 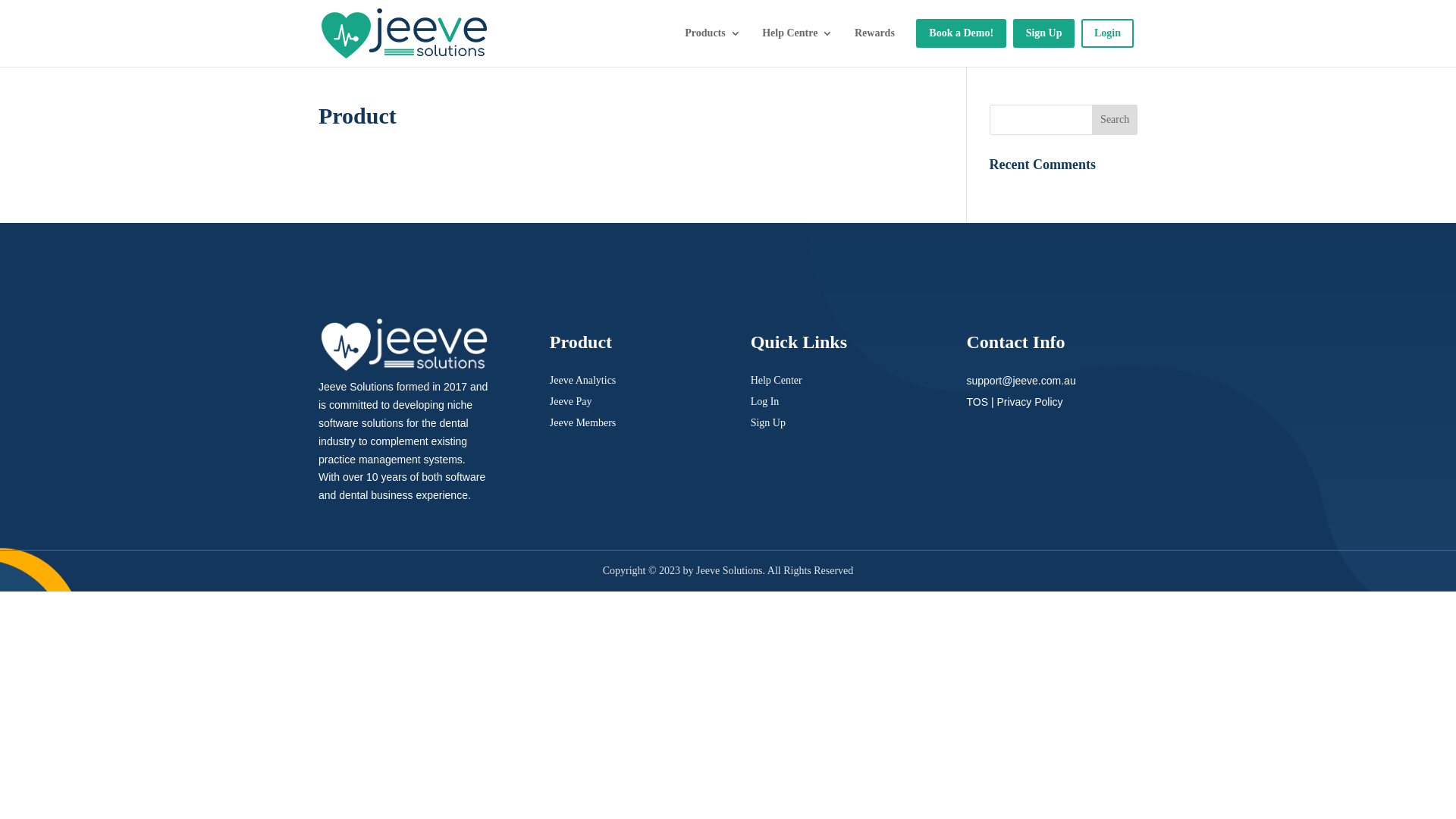 I want to click on 'Jeeve Members', so click(x=582, y=422).